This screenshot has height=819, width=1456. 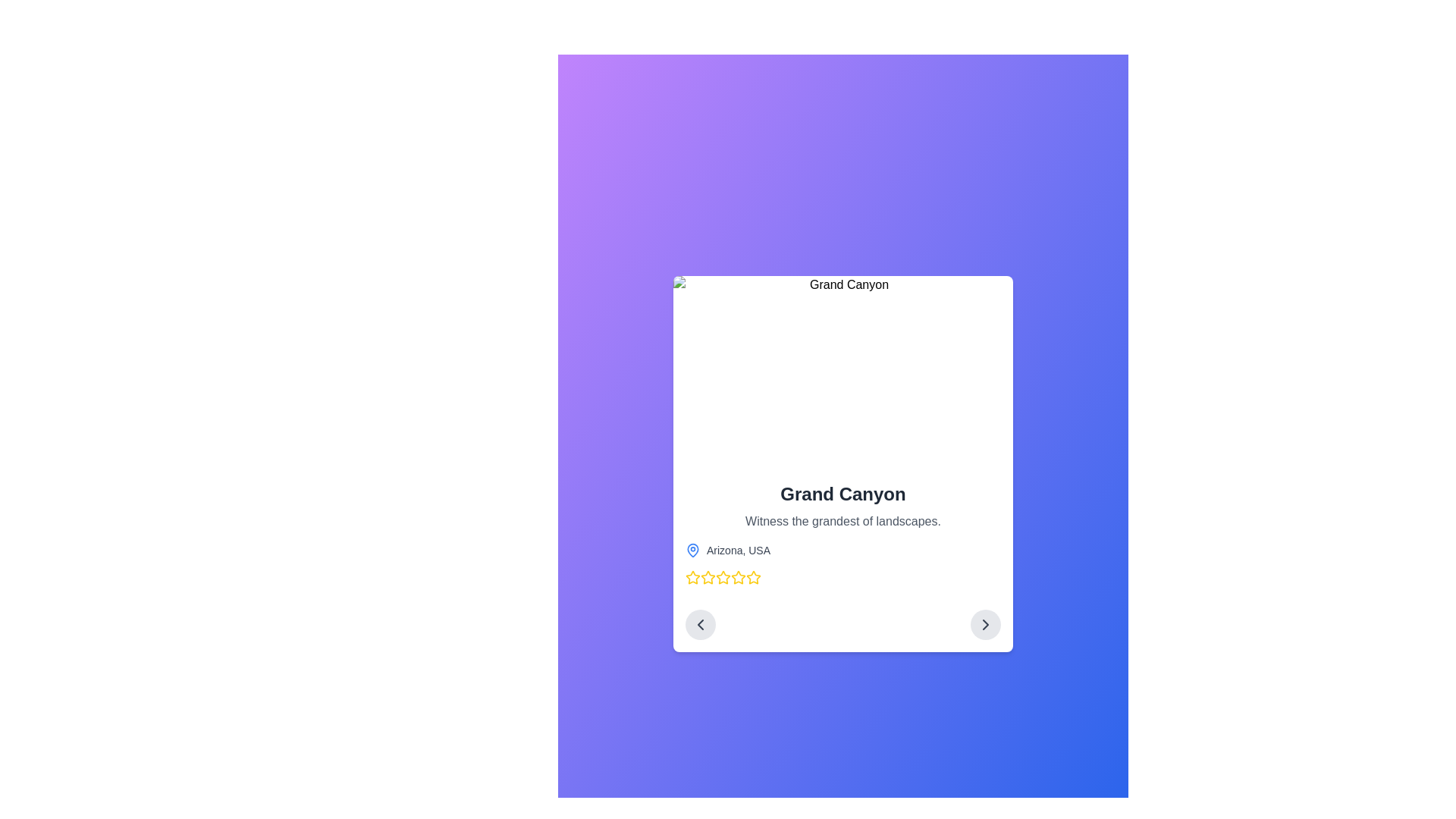 What do you see at coordinates (986, 625) in the screenshot?
I see `the navigation icon located at the bottom-right corner of the card component` at bounding box center [986, 625].